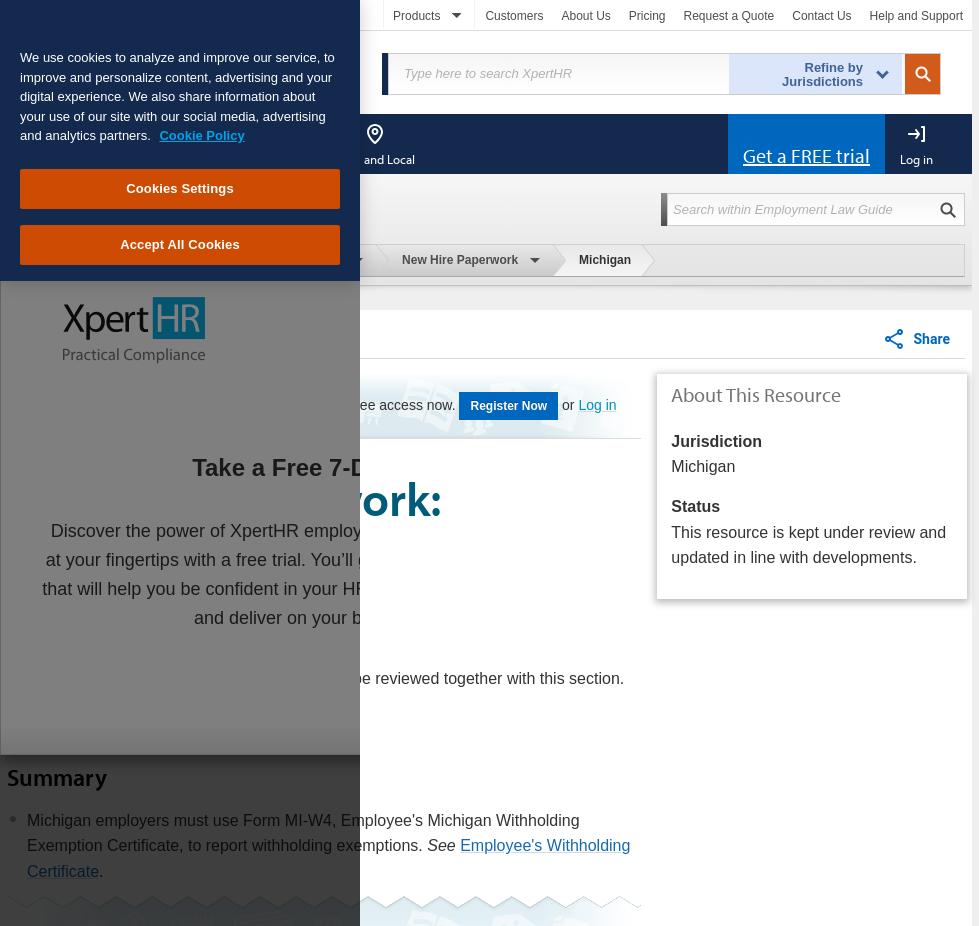 The height and width of the screenshot is (926, 979). Describe the element at coordinates (98, 870) in the screenshot. I see `'.'` at that location.